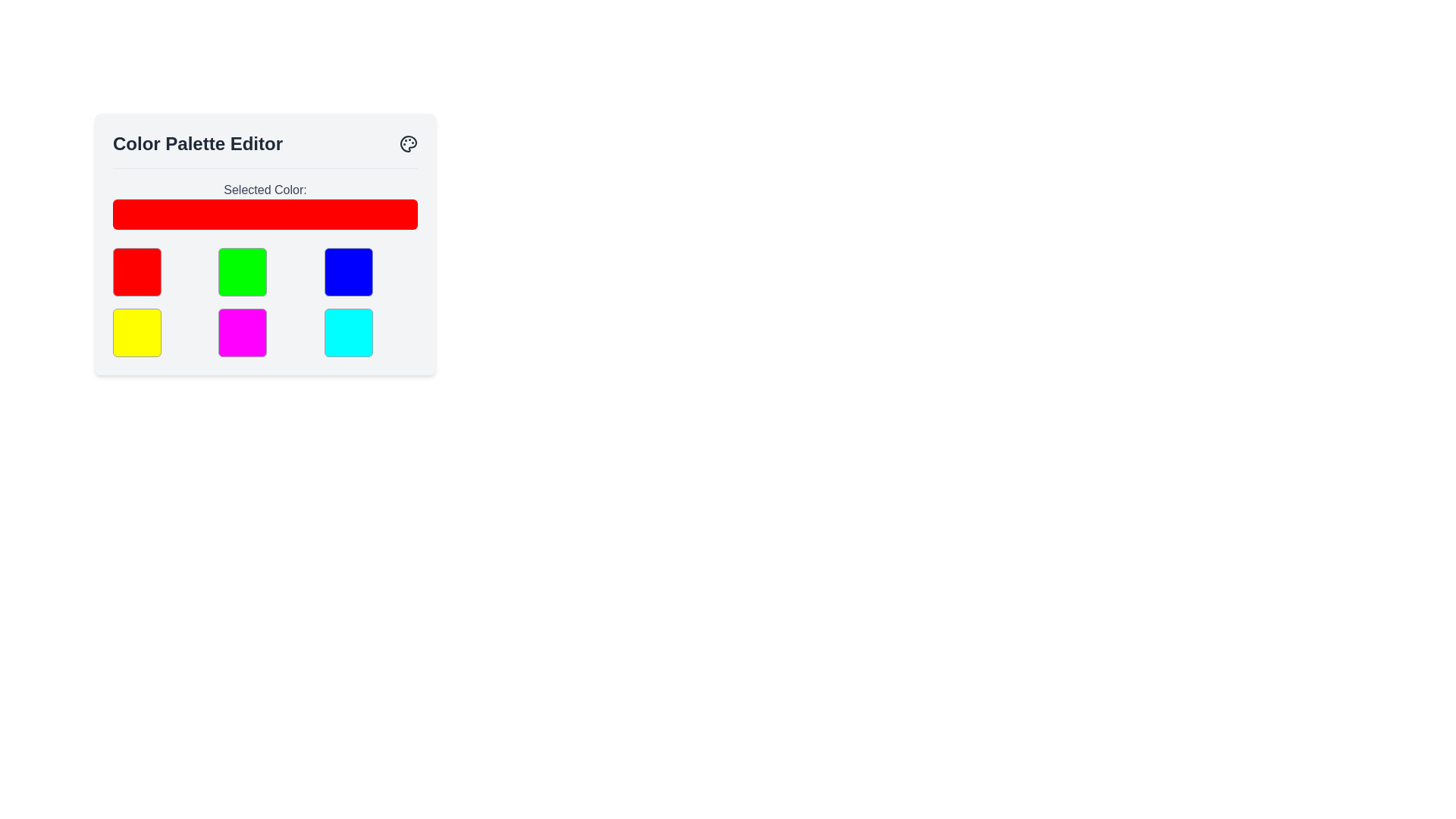  Describe the element at coordinates (137, 271) in the screenshot. I see `the red square-shaped button with rounded corners and a thin gray border` at that location.